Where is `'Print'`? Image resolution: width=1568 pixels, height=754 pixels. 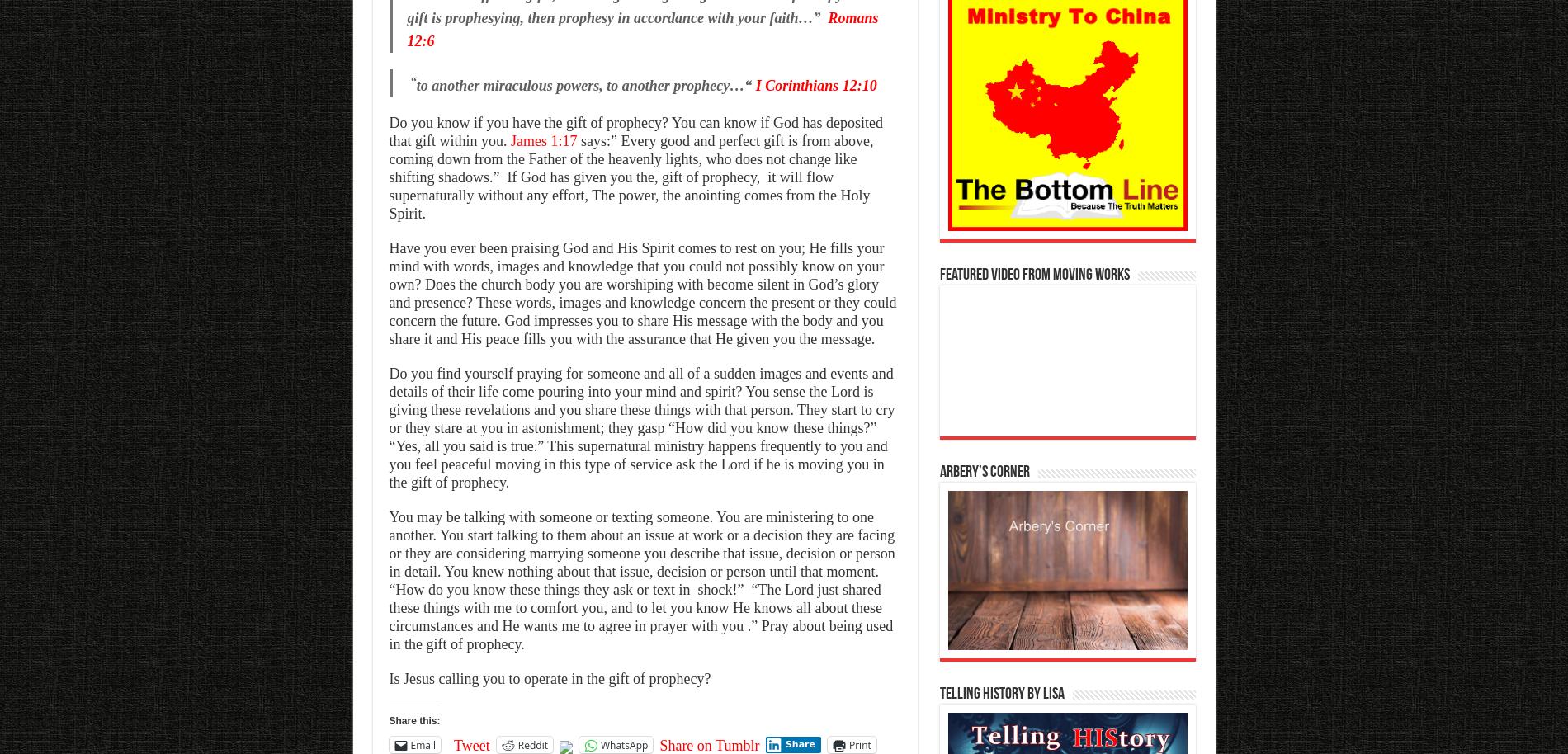
'Print' is located at coordinates (848, 743).